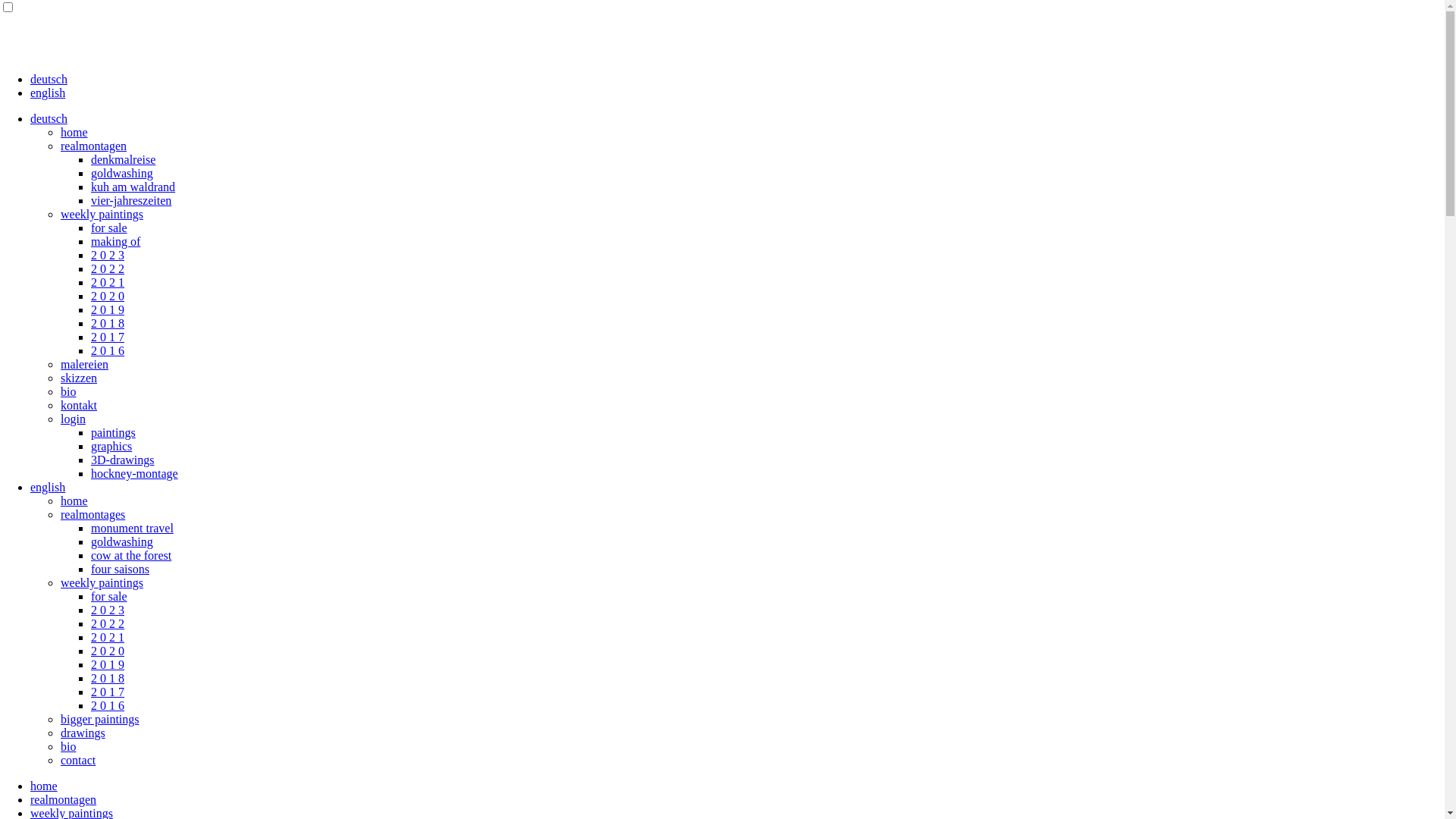 Image resolution: width=1456 pixels, height=819 pixels. What do you see at coordinates (90, 609) in the screenshot?
I see `'2 0 2 3'` at bounding box center [90, 609].